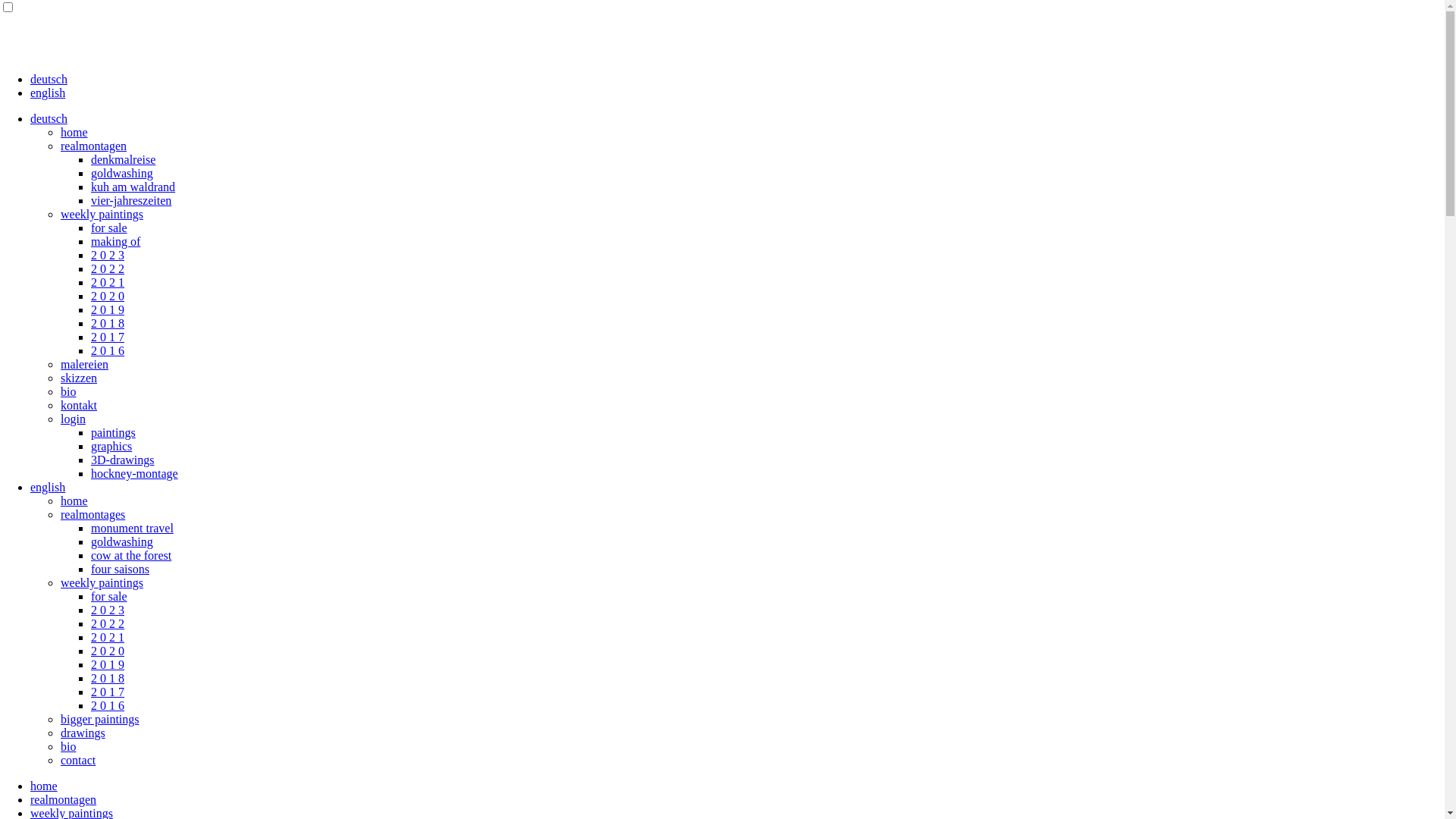 Image resolution: width=1456 pixels, height=819 pixels. What do you see at coordinates (90, 609) in the screenshot?
I see `'2 0 2 3'` at bounding box center [90, 609].